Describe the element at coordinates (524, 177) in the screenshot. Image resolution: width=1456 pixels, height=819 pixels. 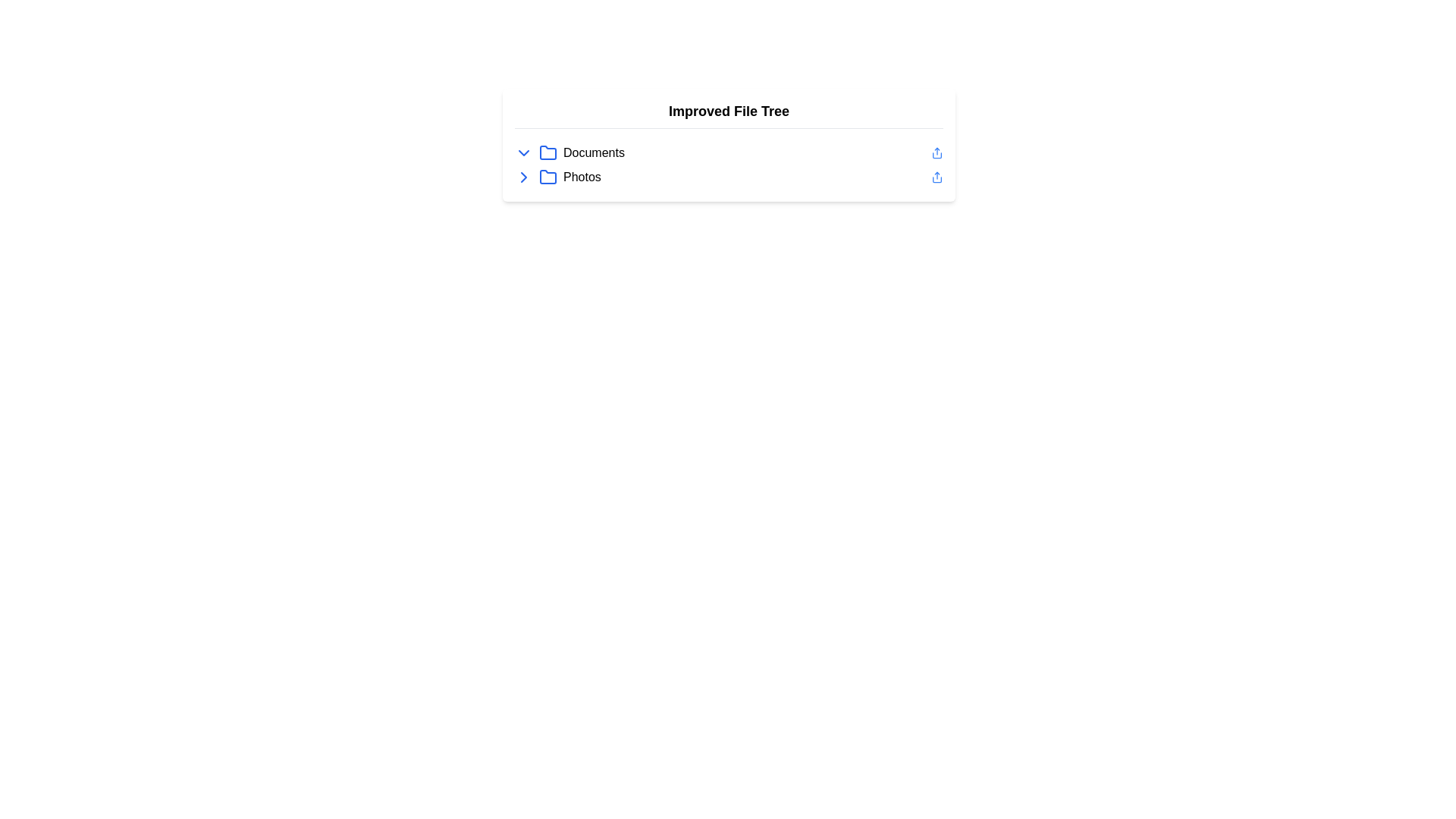
I see `the chevron icon button located to the left of the 'Photos' folder label` at that location.